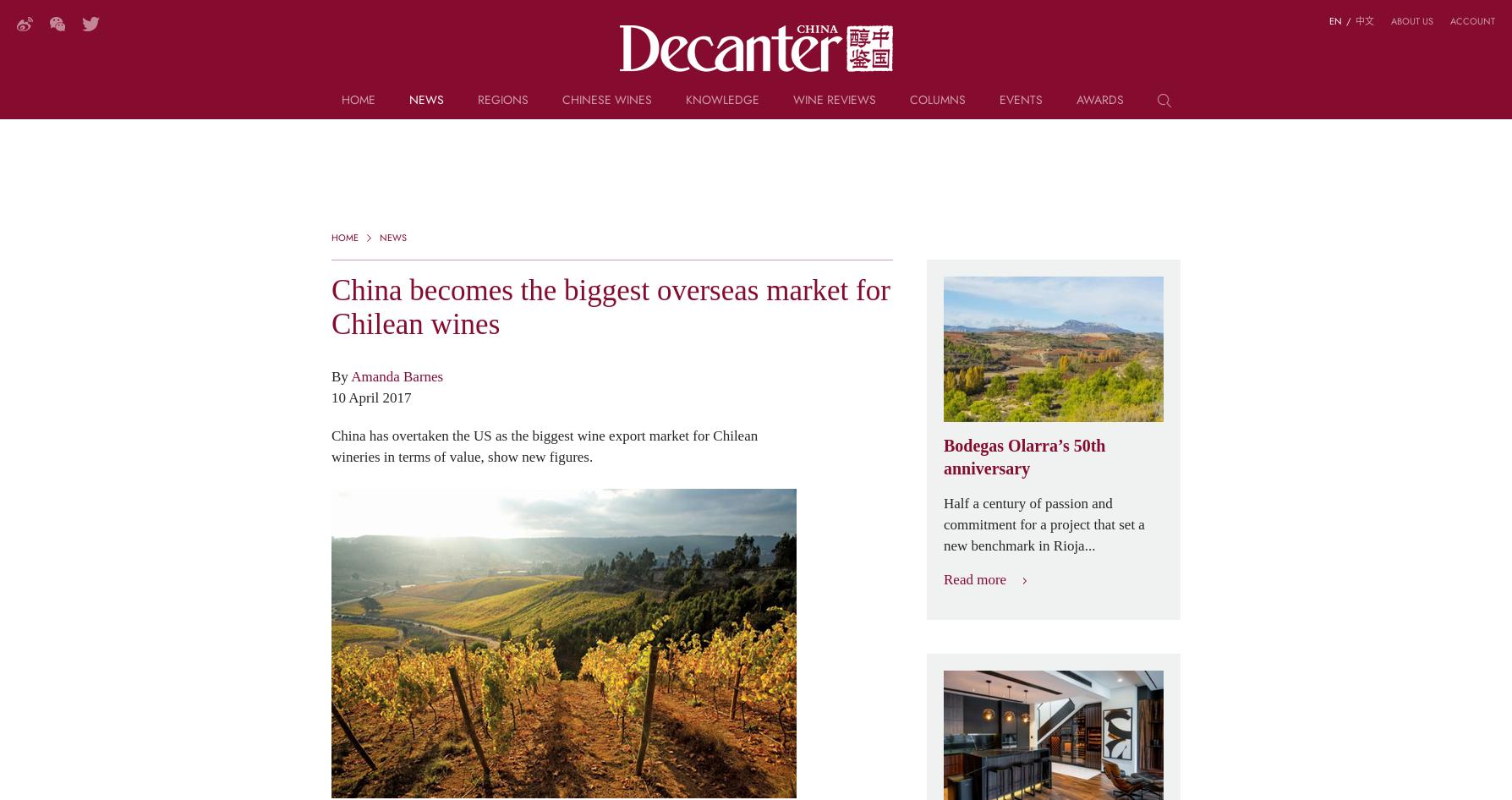 The image size is (1512, 800). What do you see at coordinates (1411, 20) in the screenshot?
I see `'About us'` at bounding box center [1411, 20].